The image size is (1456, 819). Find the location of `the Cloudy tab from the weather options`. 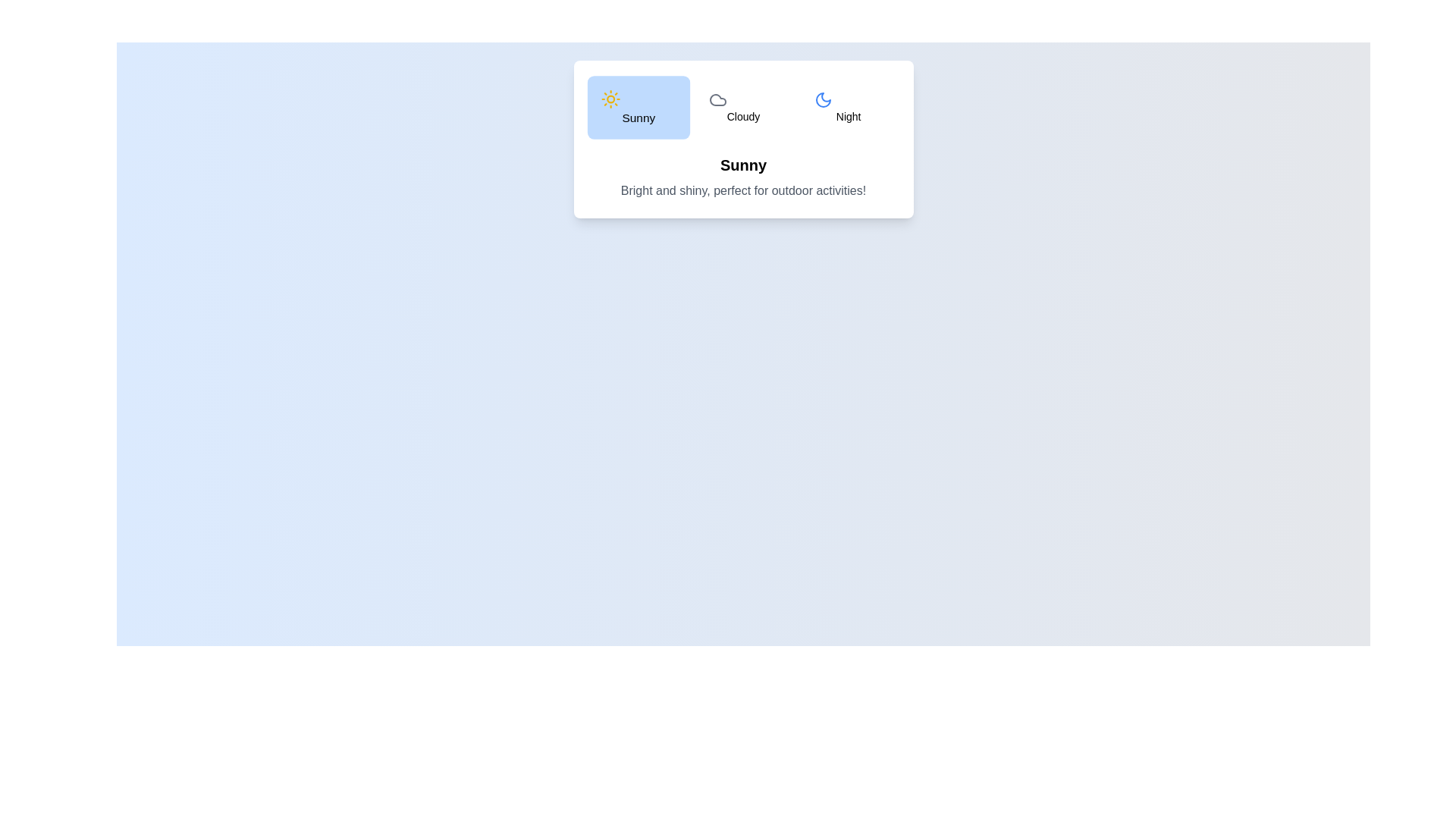

the Cloudy tab from the weather options is located at coordinates (743, 107).